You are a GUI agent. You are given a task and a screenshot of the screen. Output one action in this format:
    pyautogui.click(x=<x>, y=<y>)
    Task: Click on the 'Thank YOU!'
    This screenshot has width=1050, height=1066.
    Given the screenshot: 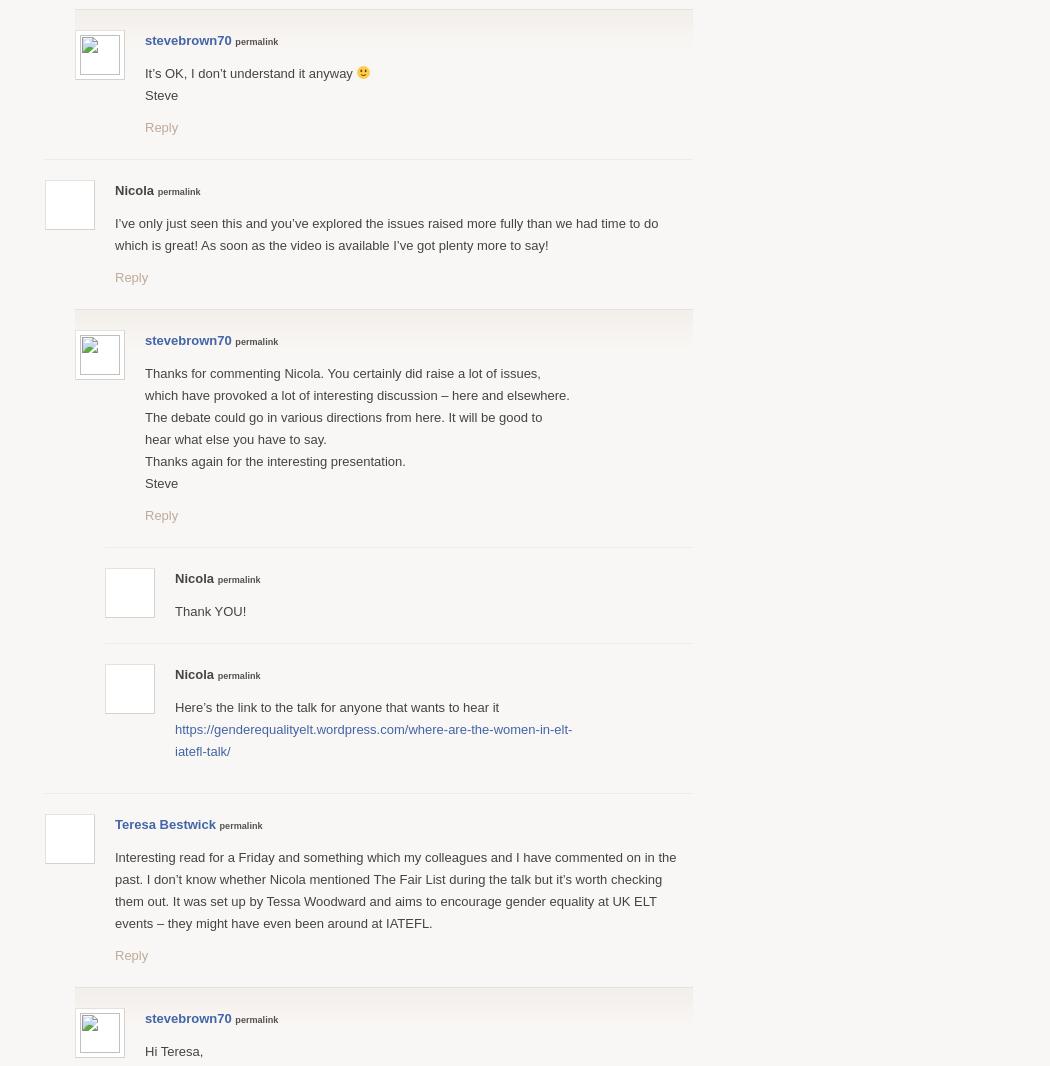 What is the action you would take?
    pyautogui.click(x=209, y=609)
    